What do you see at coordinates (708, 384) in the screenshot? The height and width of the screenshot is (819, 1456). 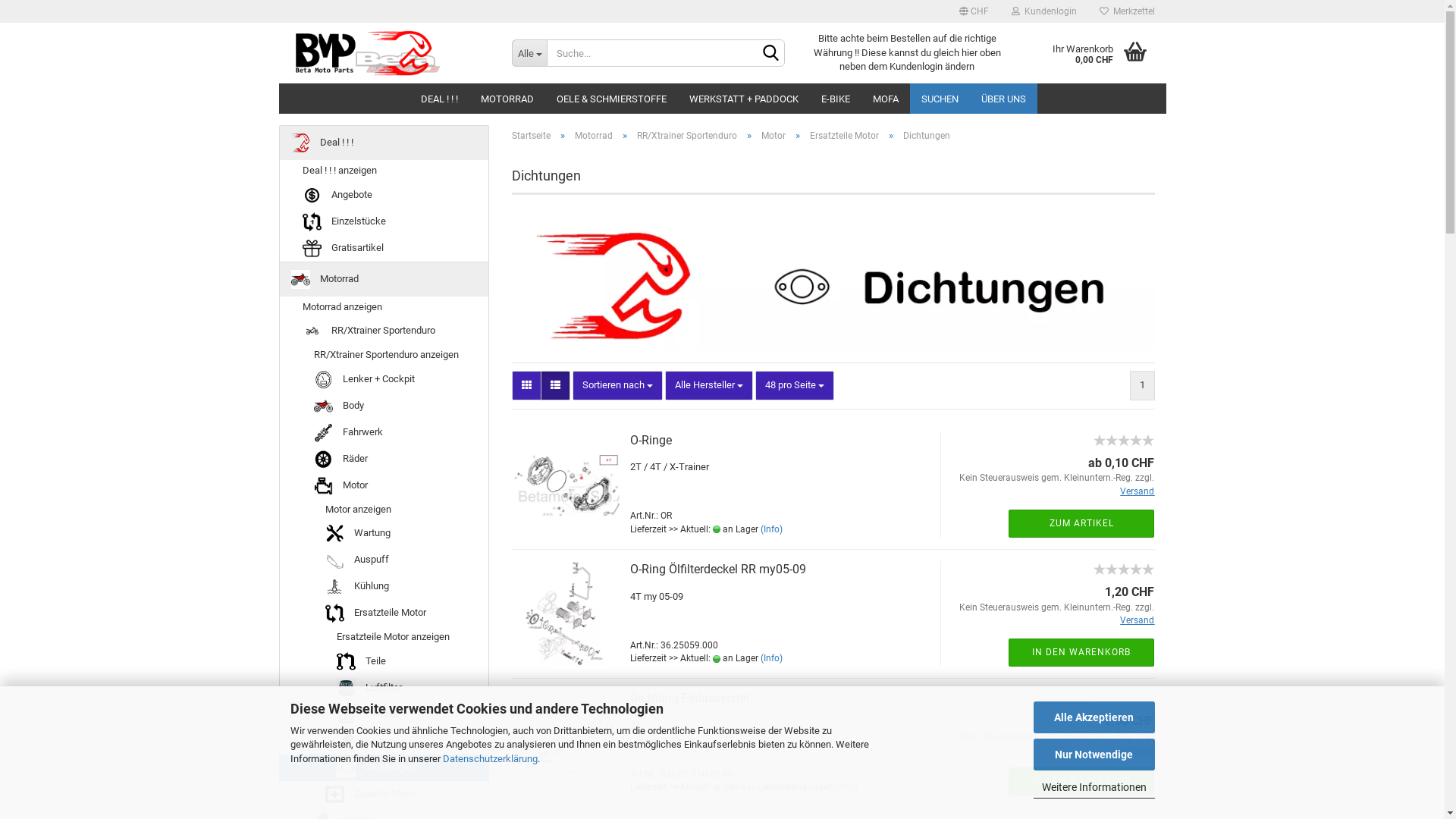 I see `'Alle Hersteller'` at bounding box center [708, 384].